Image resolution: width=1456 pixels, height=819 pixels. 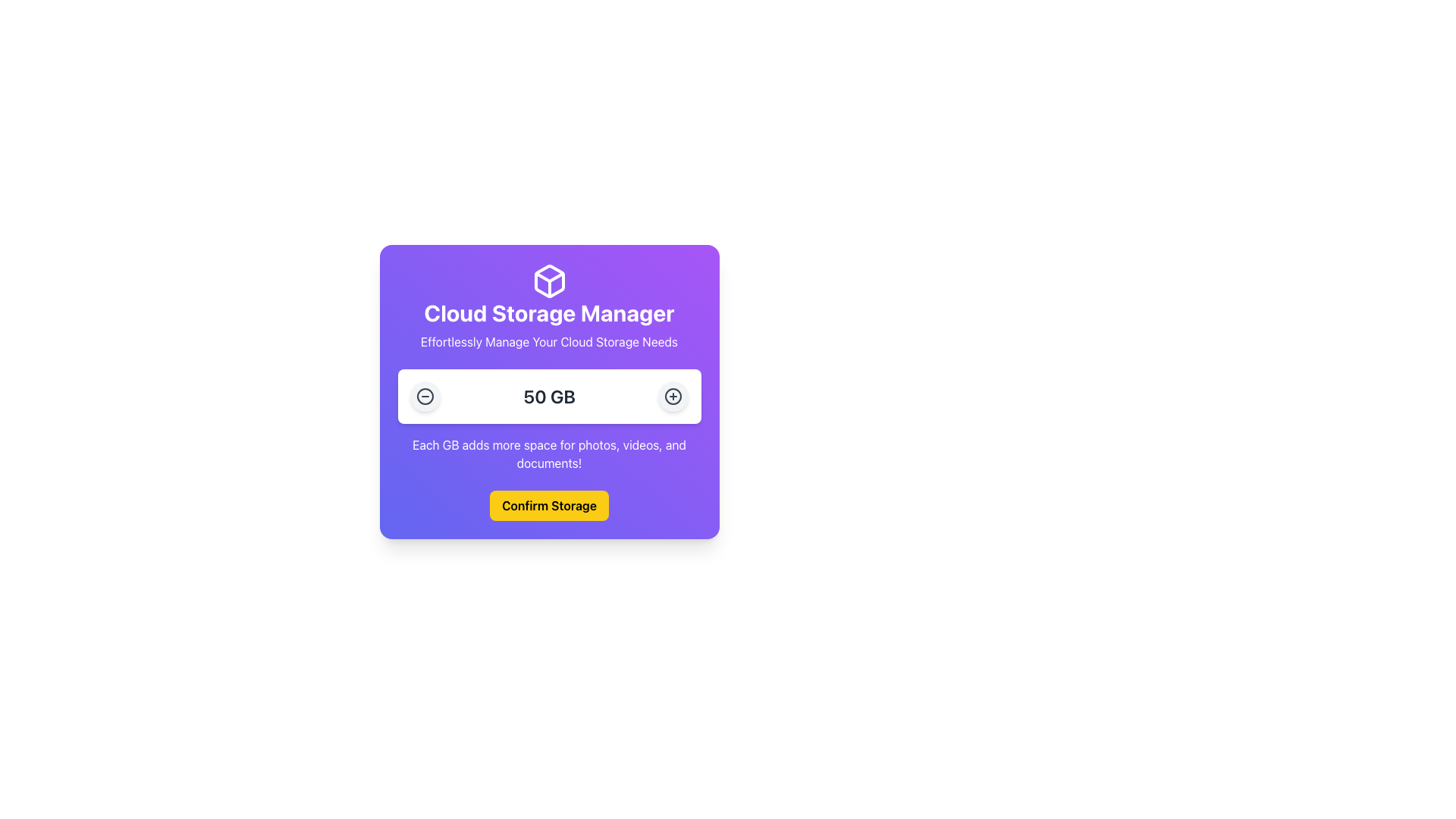 What do you see at coordinates (425, 396) in the screenshot?
I see `the Icon Button (Minus), which is a circular button with a gray outline and a horizontal minus sign at its center, to decrease the associated value in the storage adjustment interface` at bounding box center [425, 396].